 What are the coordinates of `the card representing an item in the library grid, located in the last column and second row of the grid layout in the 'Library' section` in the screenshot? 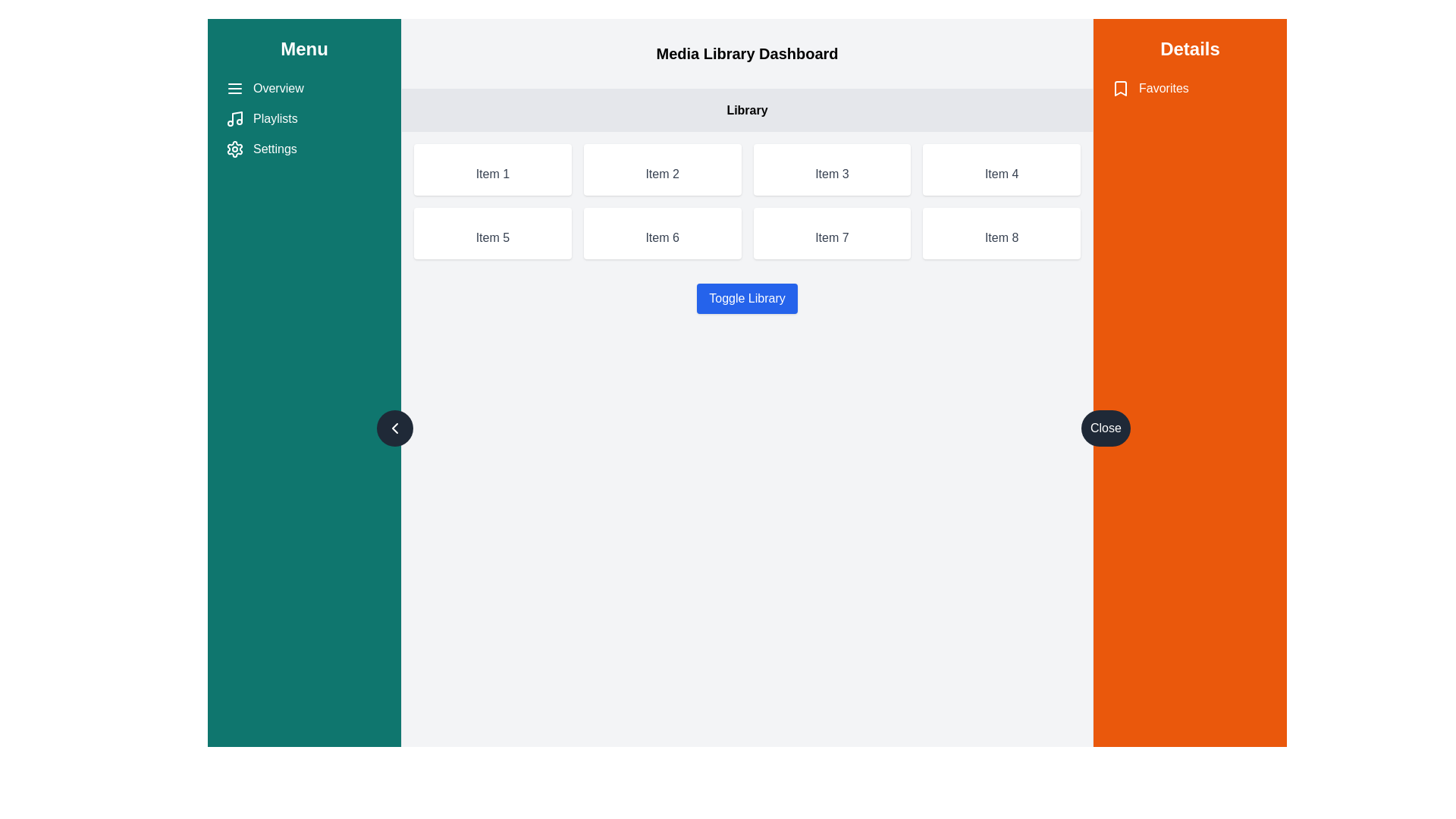 It's located at (1002, 234).